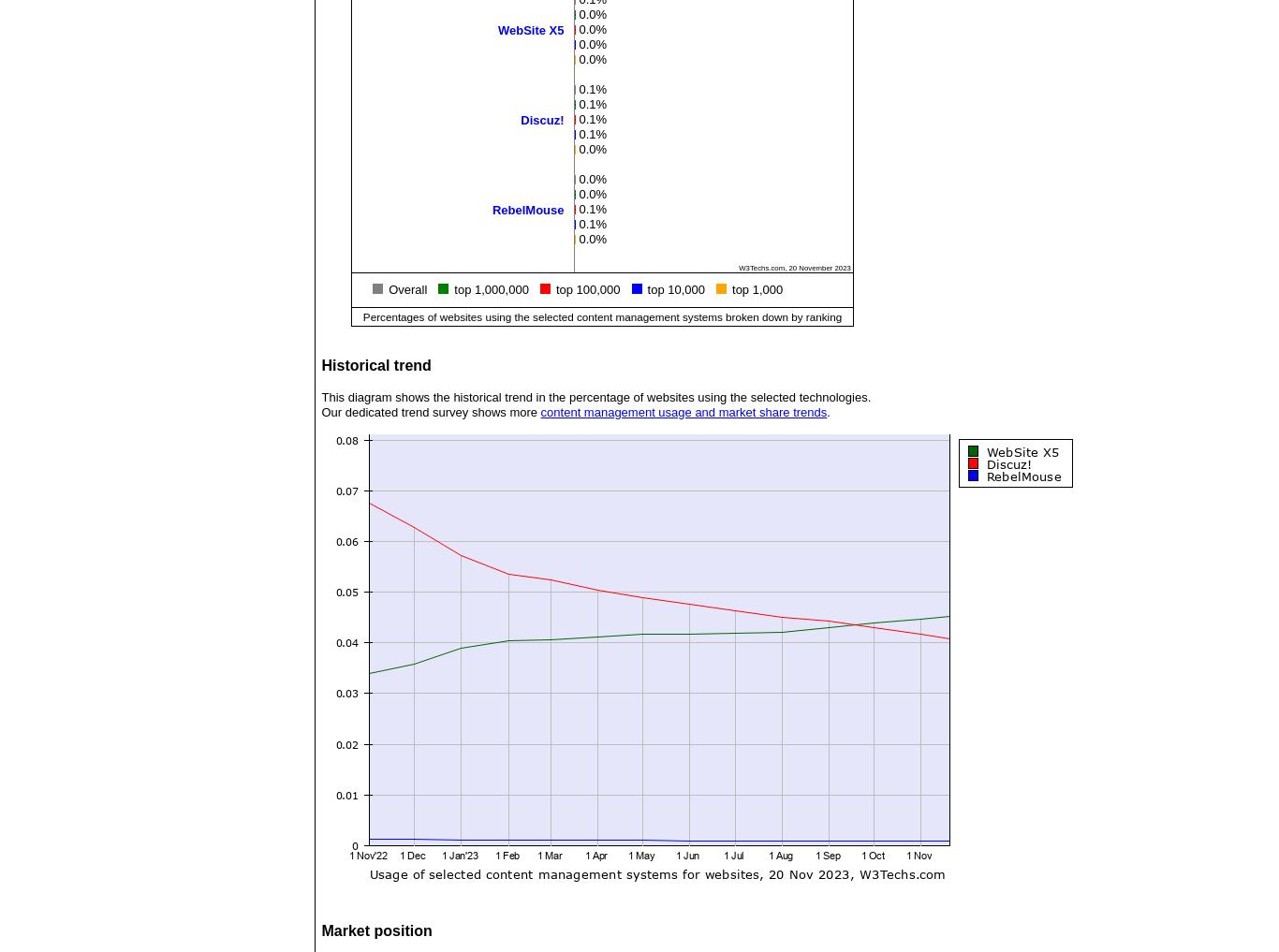 This screenshot has width=1279, height=952. I want to click on 'Overall', so click(406, 289).